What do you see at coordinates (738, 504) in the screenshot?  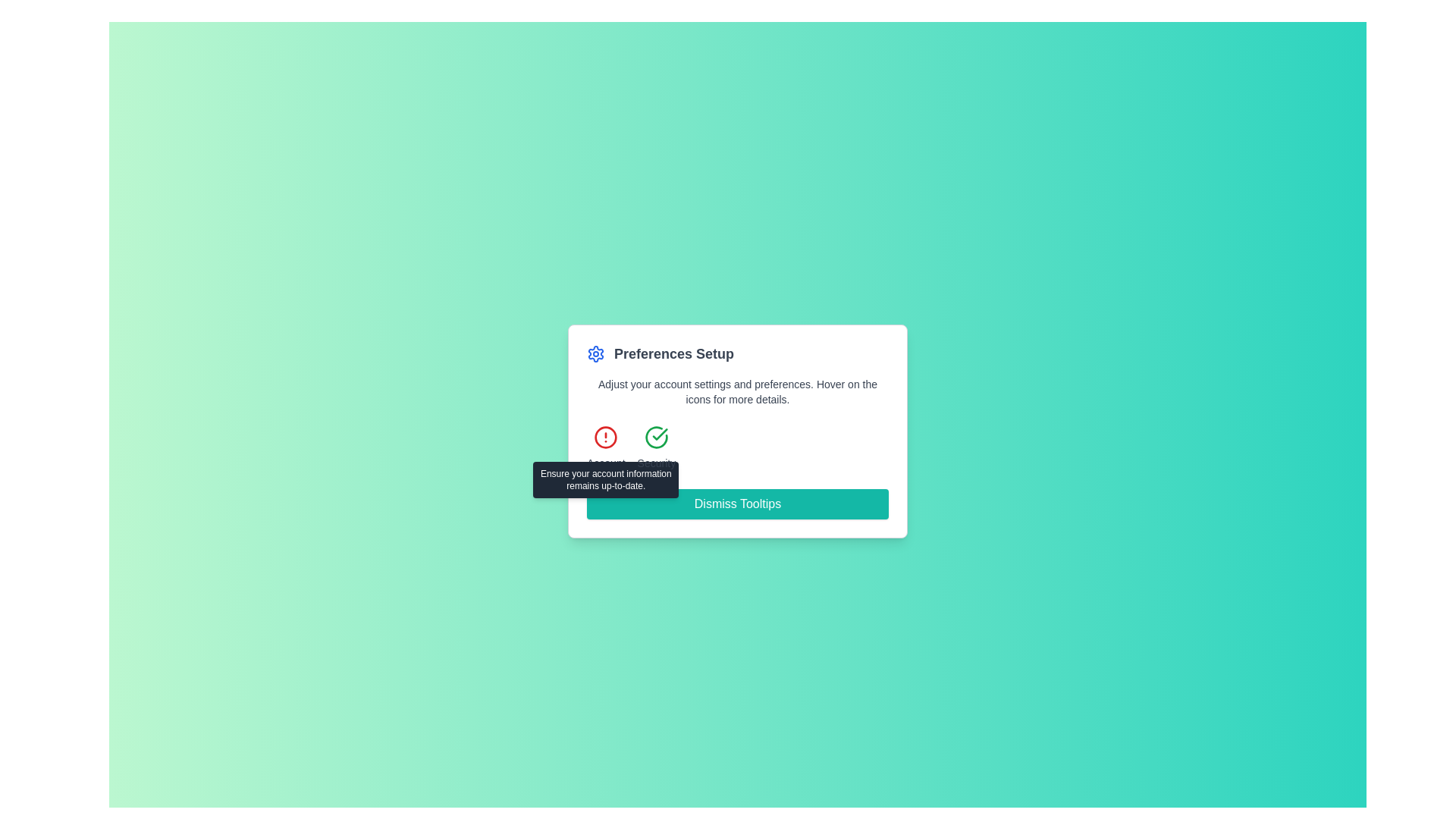 I see `the rectangular button with a teal background and white text that says 'Dismiss Tooltips' located at the bottom of the 'Preferences Setup' dialog box` at bounding box center [738, 504].